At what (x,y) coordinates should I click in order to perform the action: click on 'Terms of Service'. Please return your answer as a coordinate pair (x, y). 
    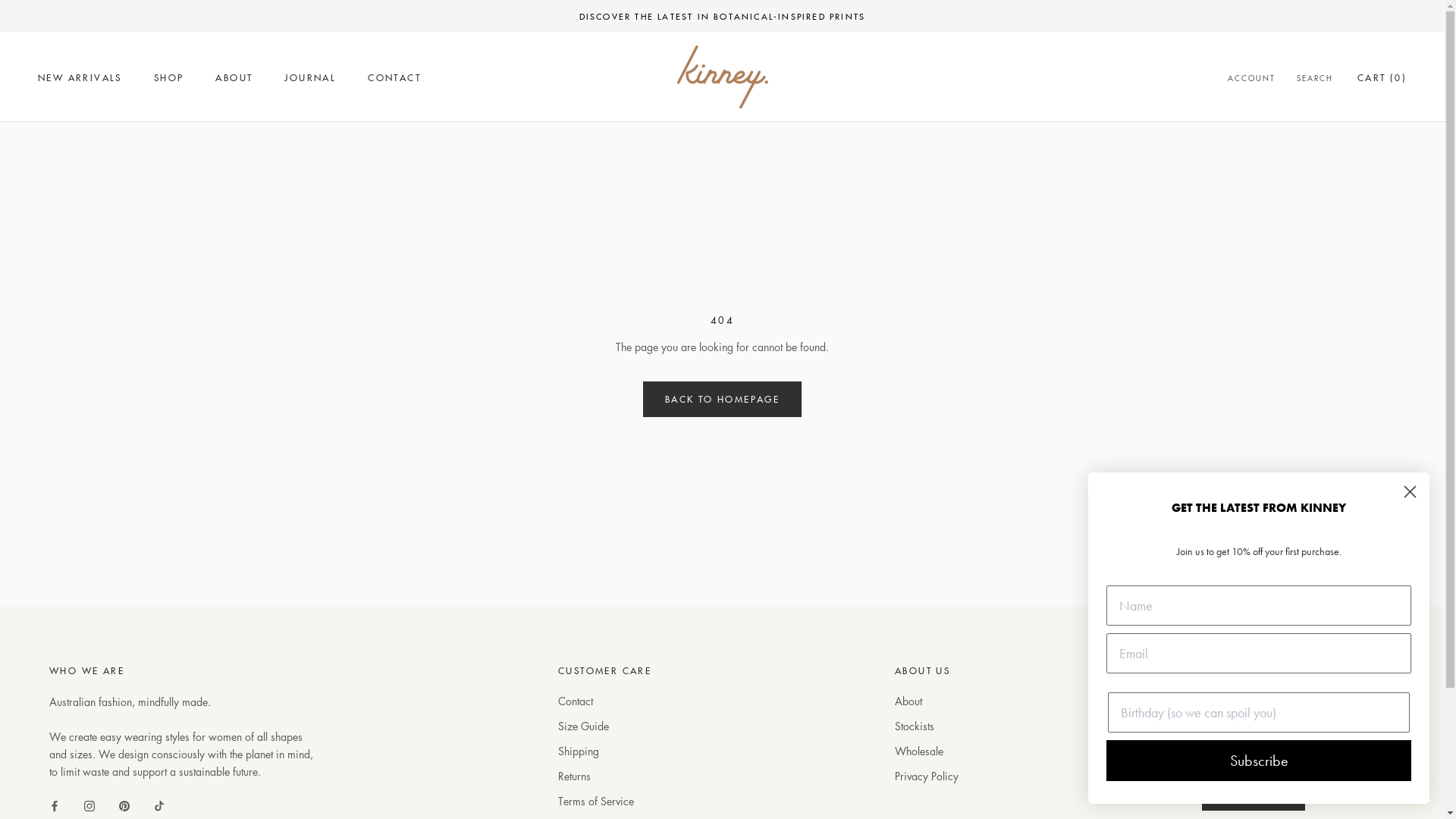
    Looking at the image, I should click on (604, 800).